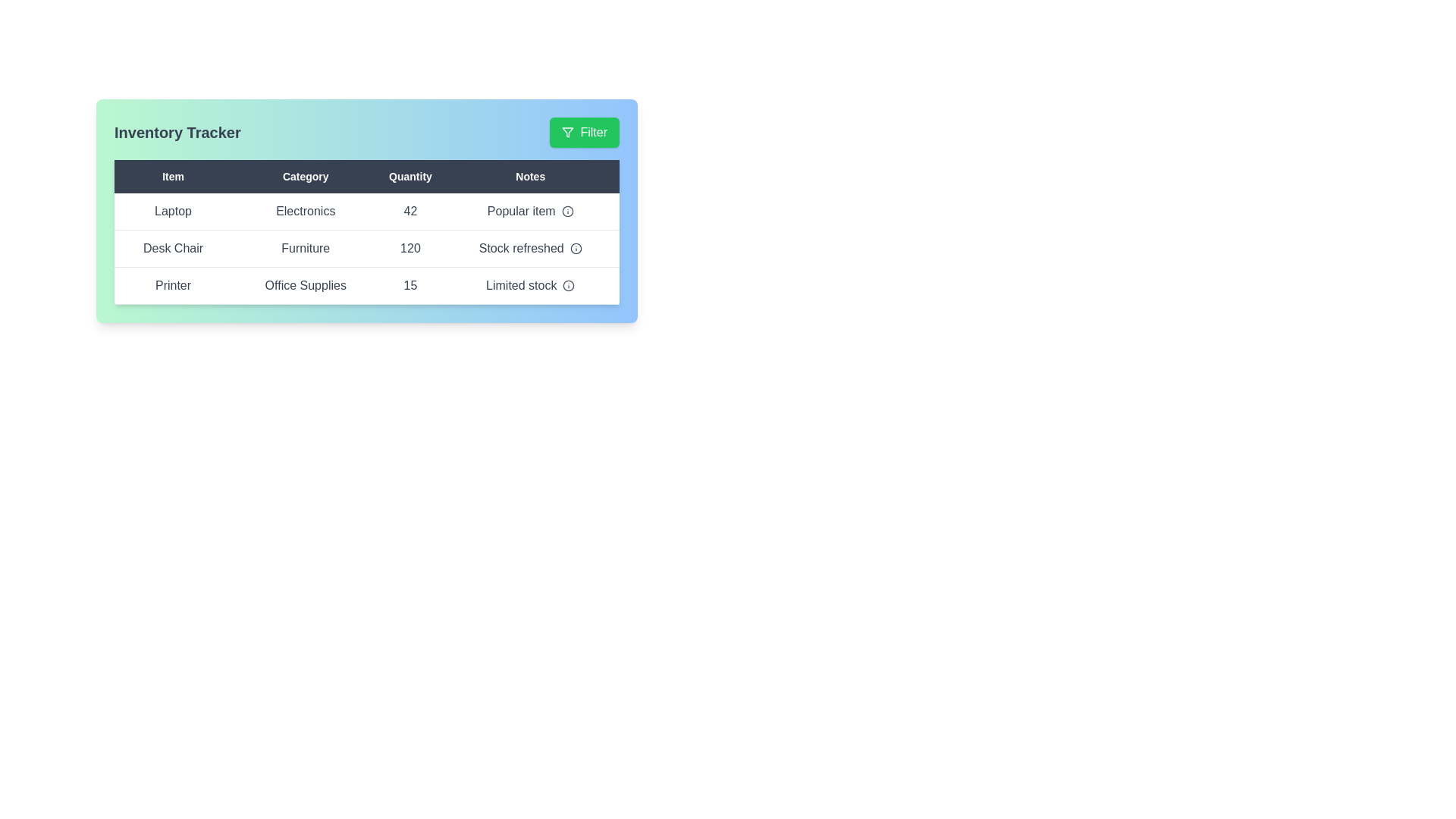 This screenshot has height=819, width=1456. What do you see at coordinates (530, 247) in the screenshot?
I see `the cell containing Stock refreshed to select its text` at bounding box center [530, 247].